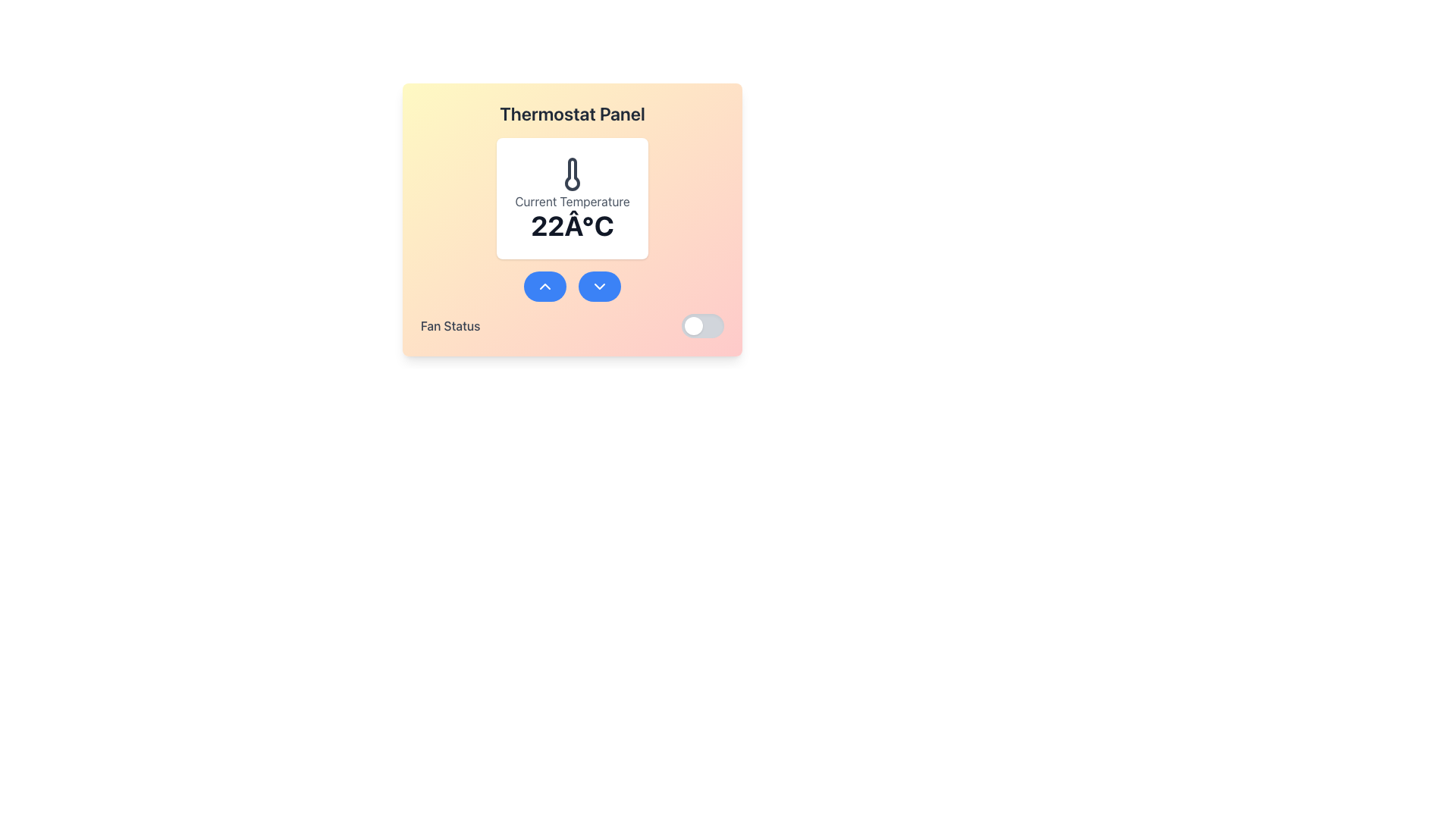  Describe the element at coordinates (571, 113) in the screenshot. I see `the title text of the thermostat card, which describes the purpose of the panel and is located at the top of the card above the temperature display and fan status indicator` at that location.